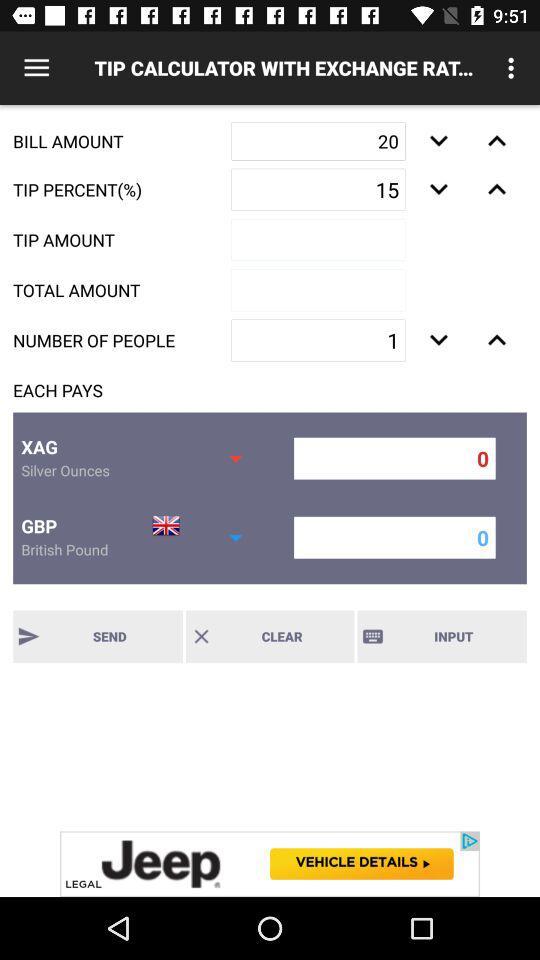 The height and width of the screenshot is (960, 540). I want to click on increases count, so click(496, 340).